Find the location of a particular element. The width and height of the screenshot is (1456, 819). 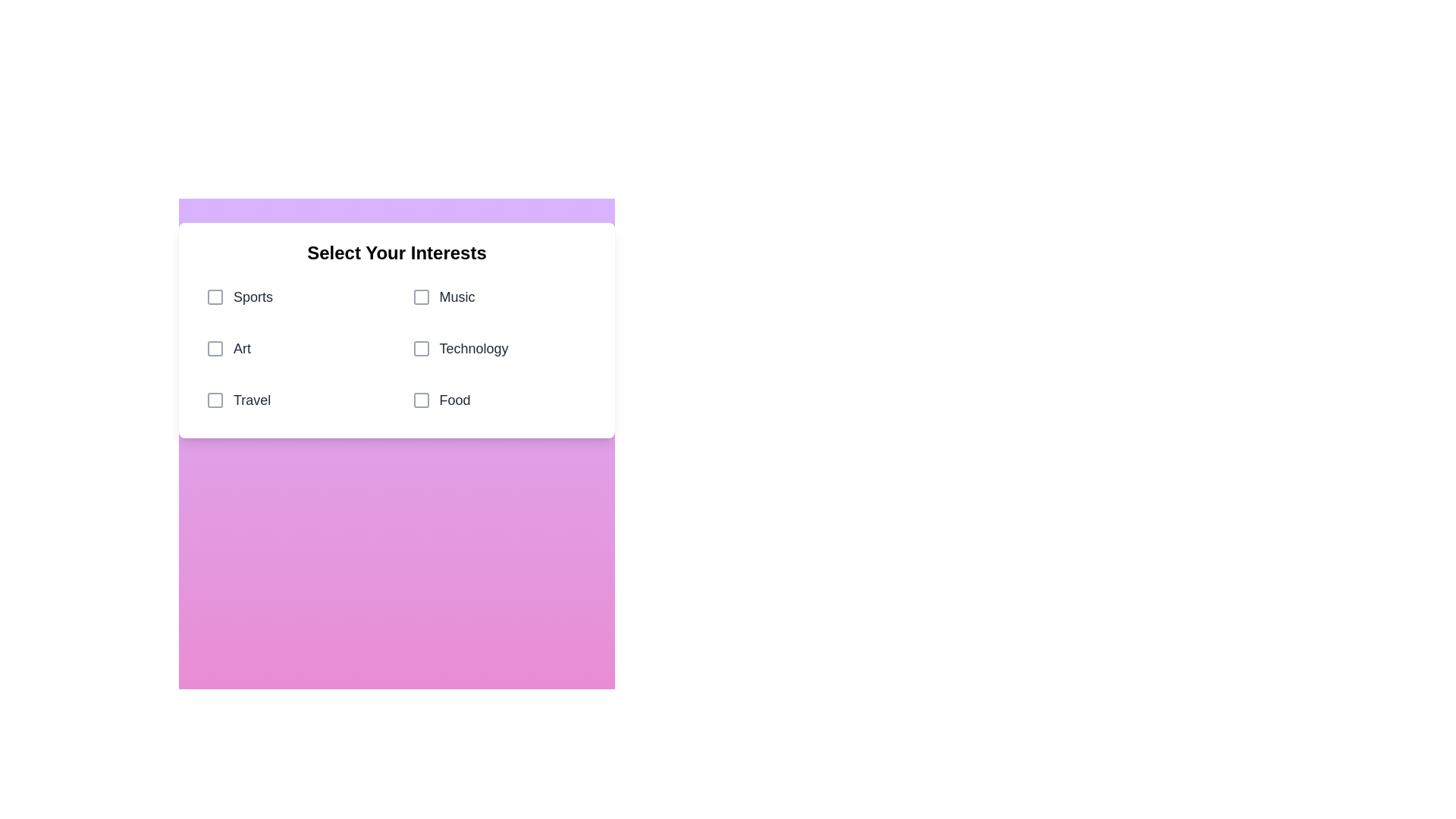

the category Food is located at coordinates (500, 400).